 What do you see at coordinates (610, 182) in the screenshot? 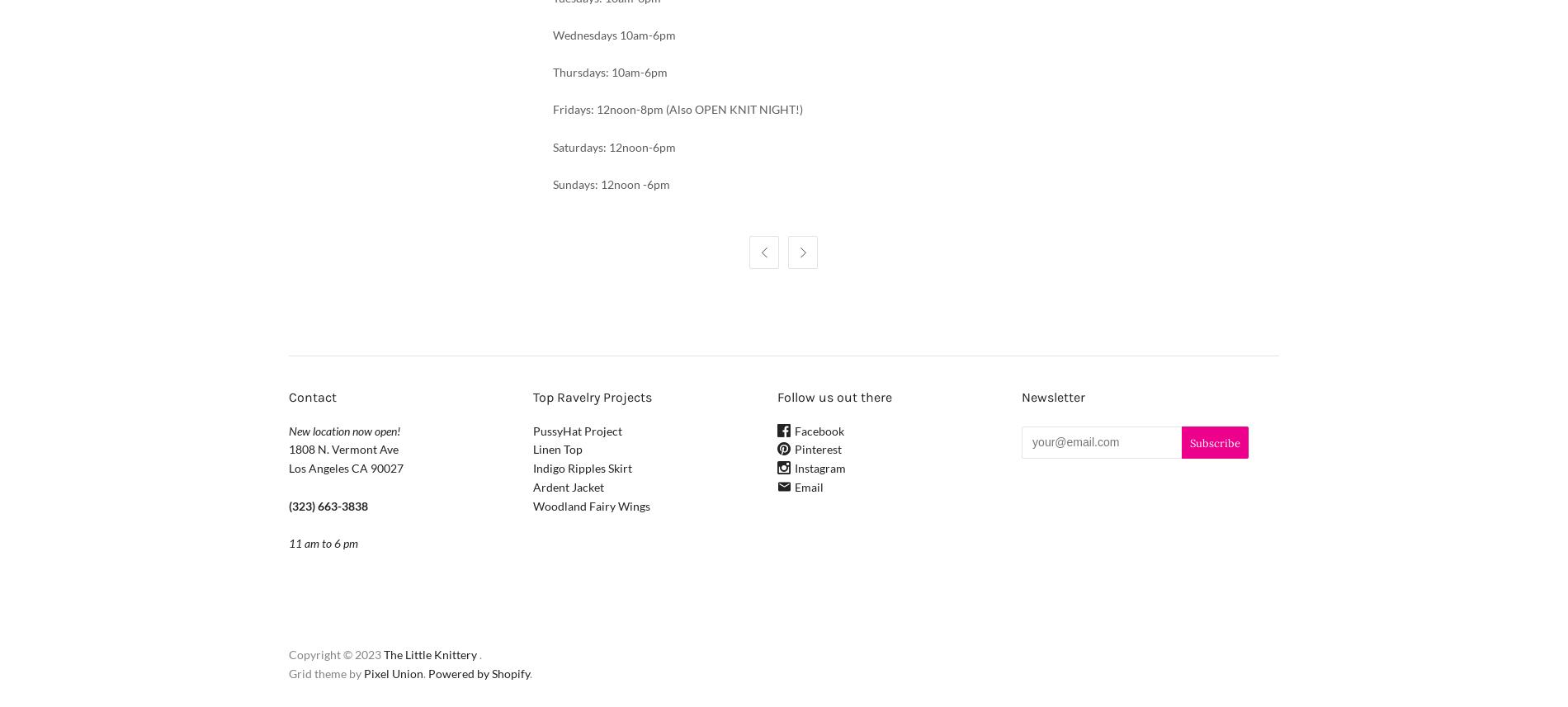
I see `'Sundays: 12noon -6pm'` at bounding box center [610, 182].